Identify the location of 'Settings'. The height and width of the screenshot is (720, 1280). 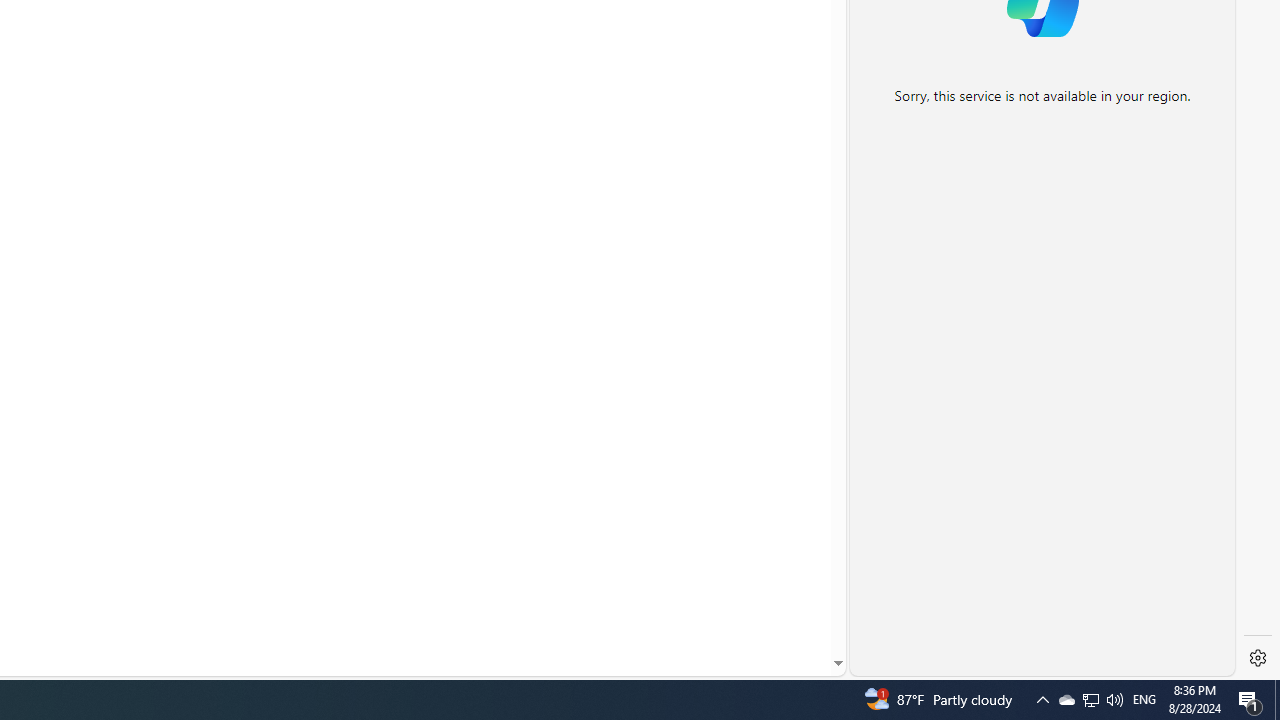
(1257, 658).